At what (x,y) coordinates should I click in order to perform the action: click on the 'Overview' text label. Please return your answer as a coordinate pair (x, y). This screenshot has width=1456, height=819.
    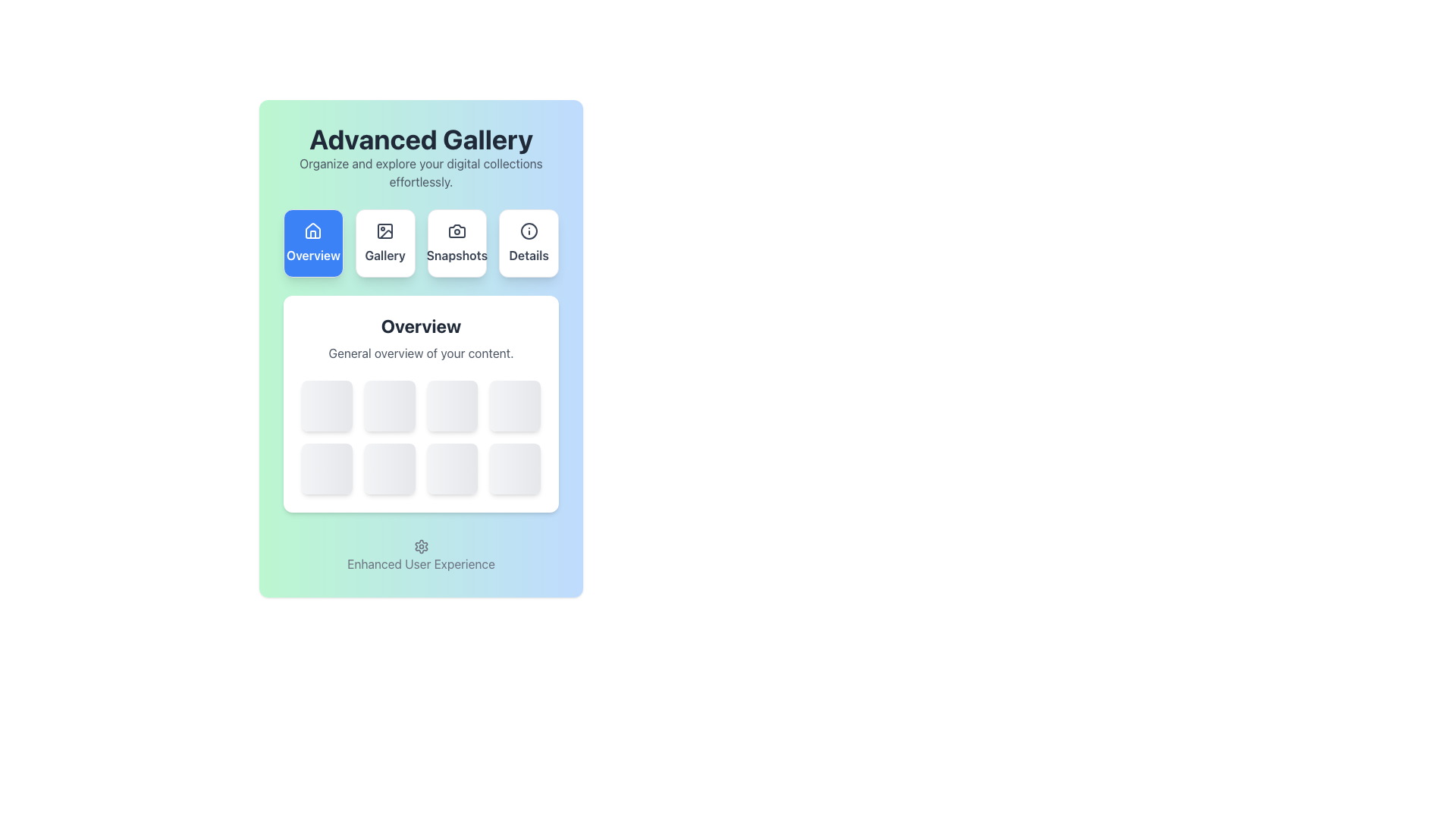
    Looking at the image, I should click on (312, 254).